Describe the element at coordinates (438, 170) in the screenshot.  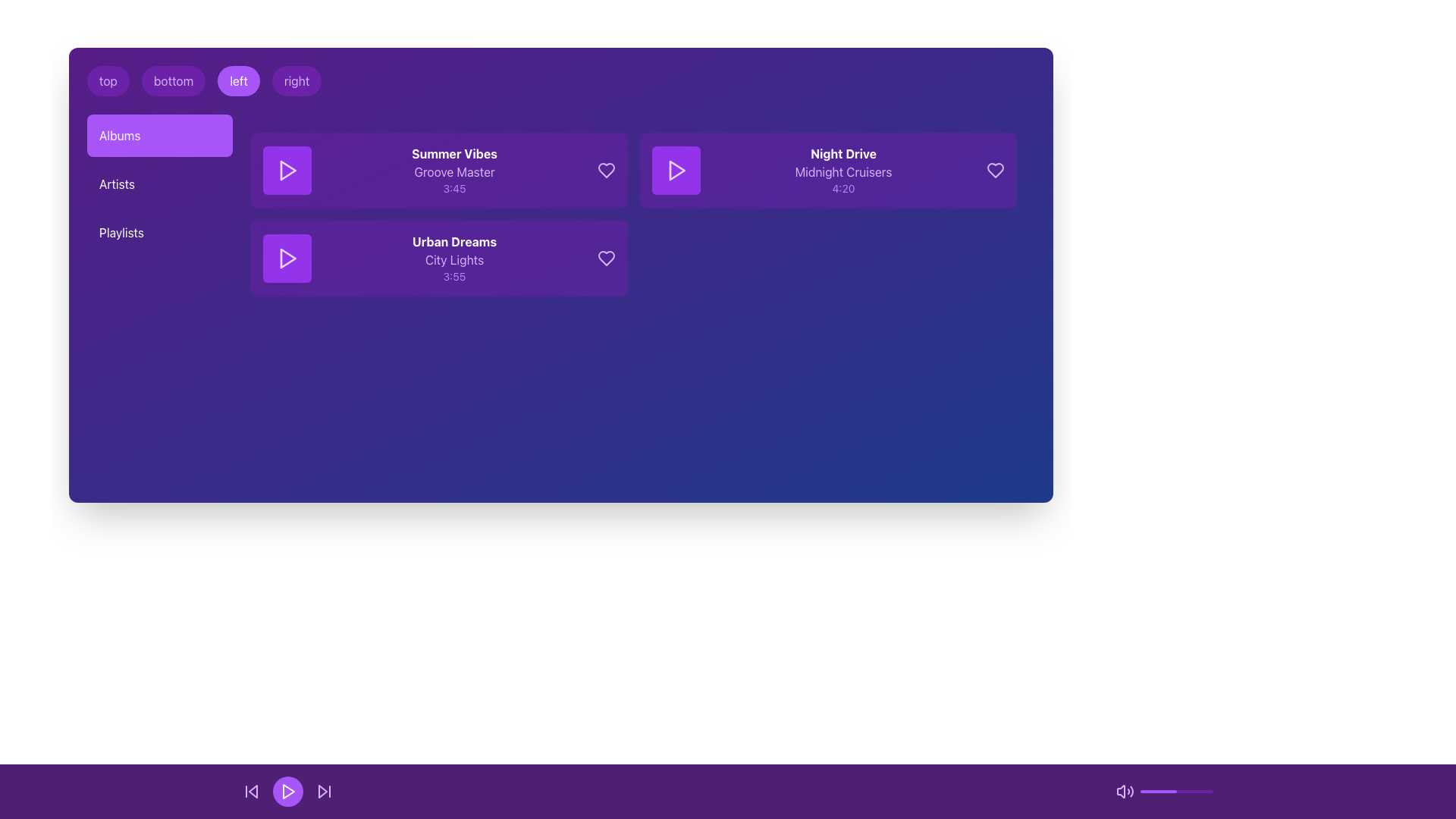
I see `the first music card UI component in the Albums section` at that location.